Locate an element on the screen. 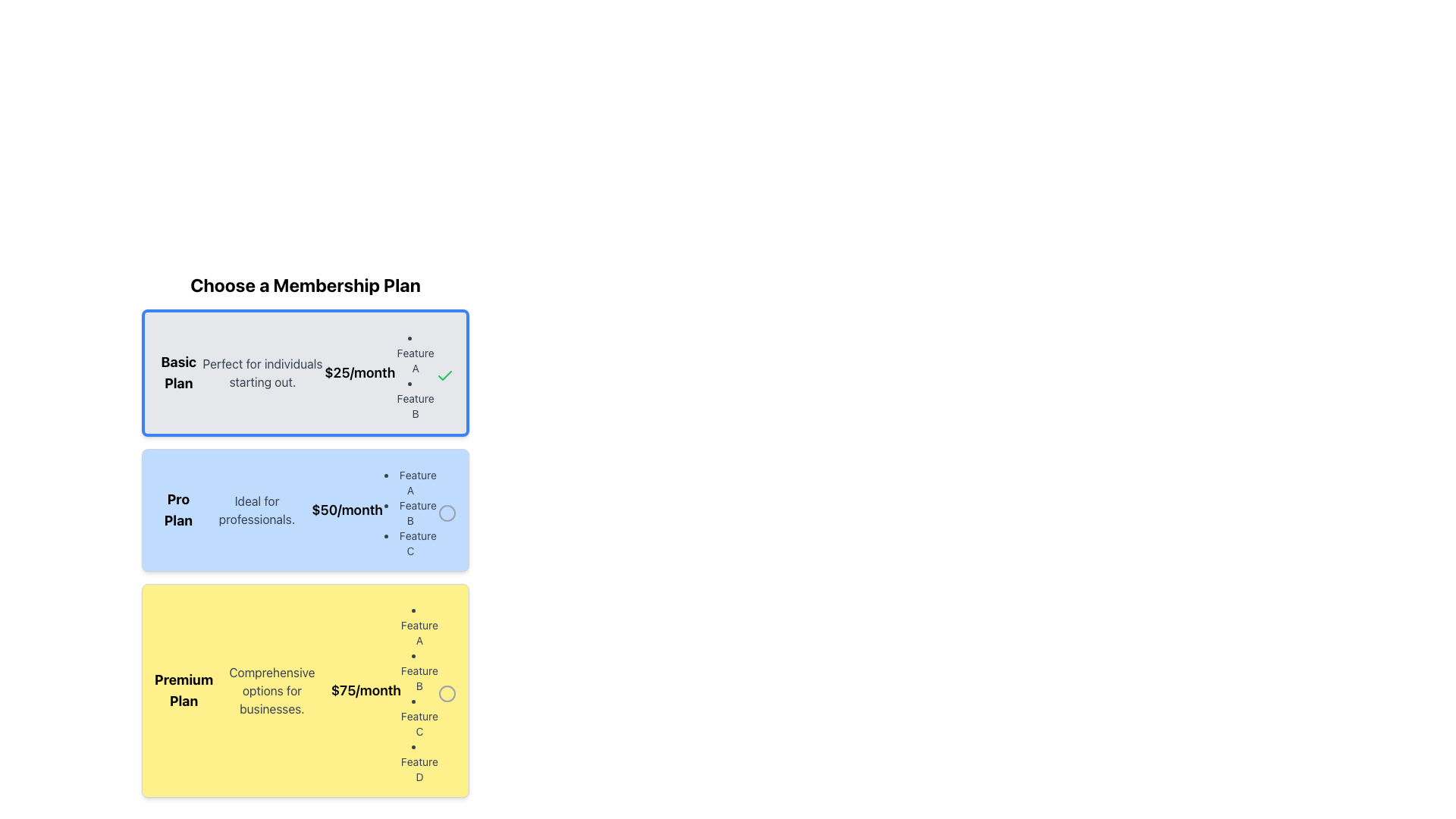 This screenshot has height=819, width=1456. details of the 'Basic Plan' membership card, which is the topmost card in the membership options stack, for decision-making is located at coordinates (305, 373).